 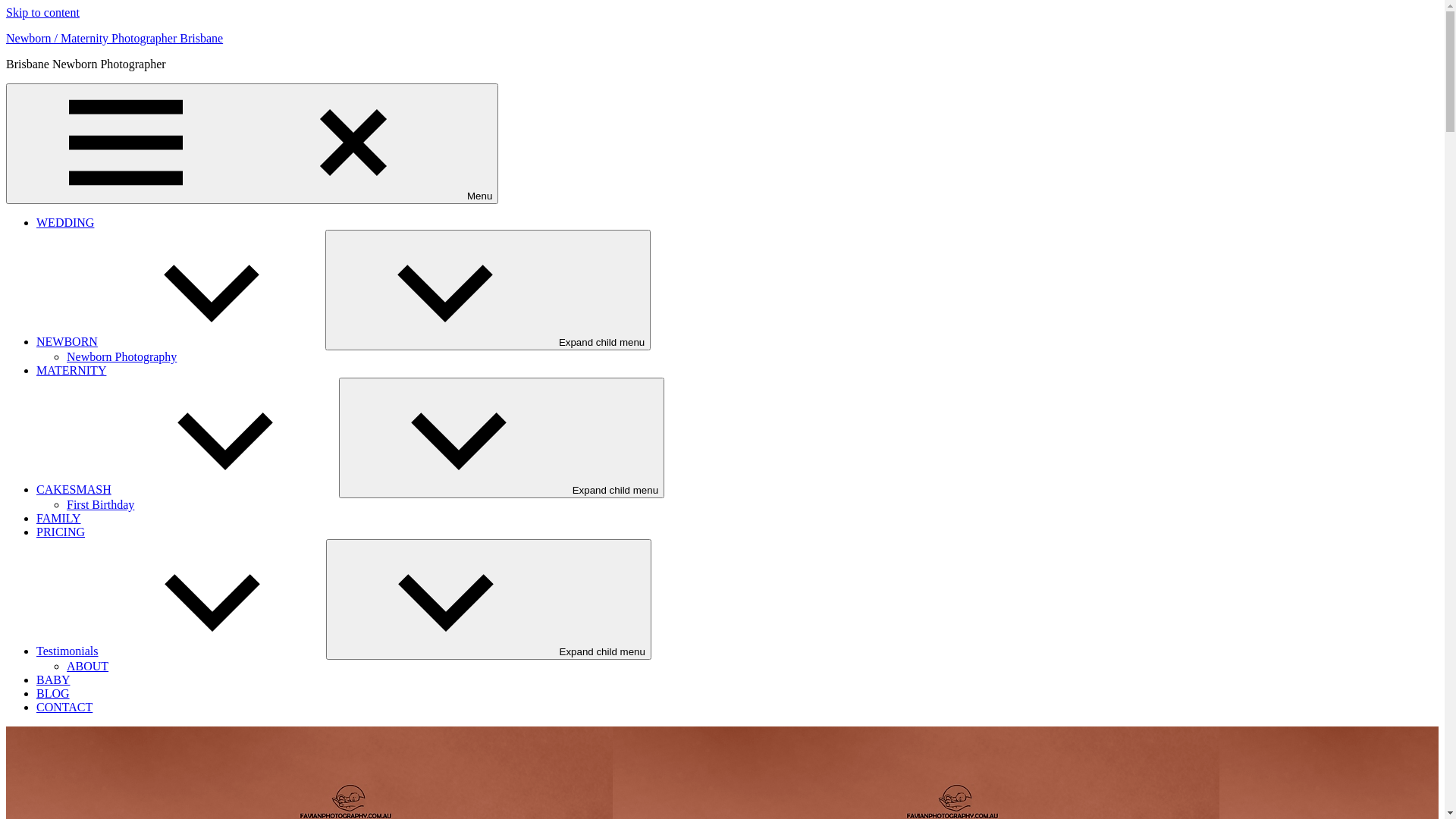 I want to click on 'First Birthday', so click(x=65, y=504).